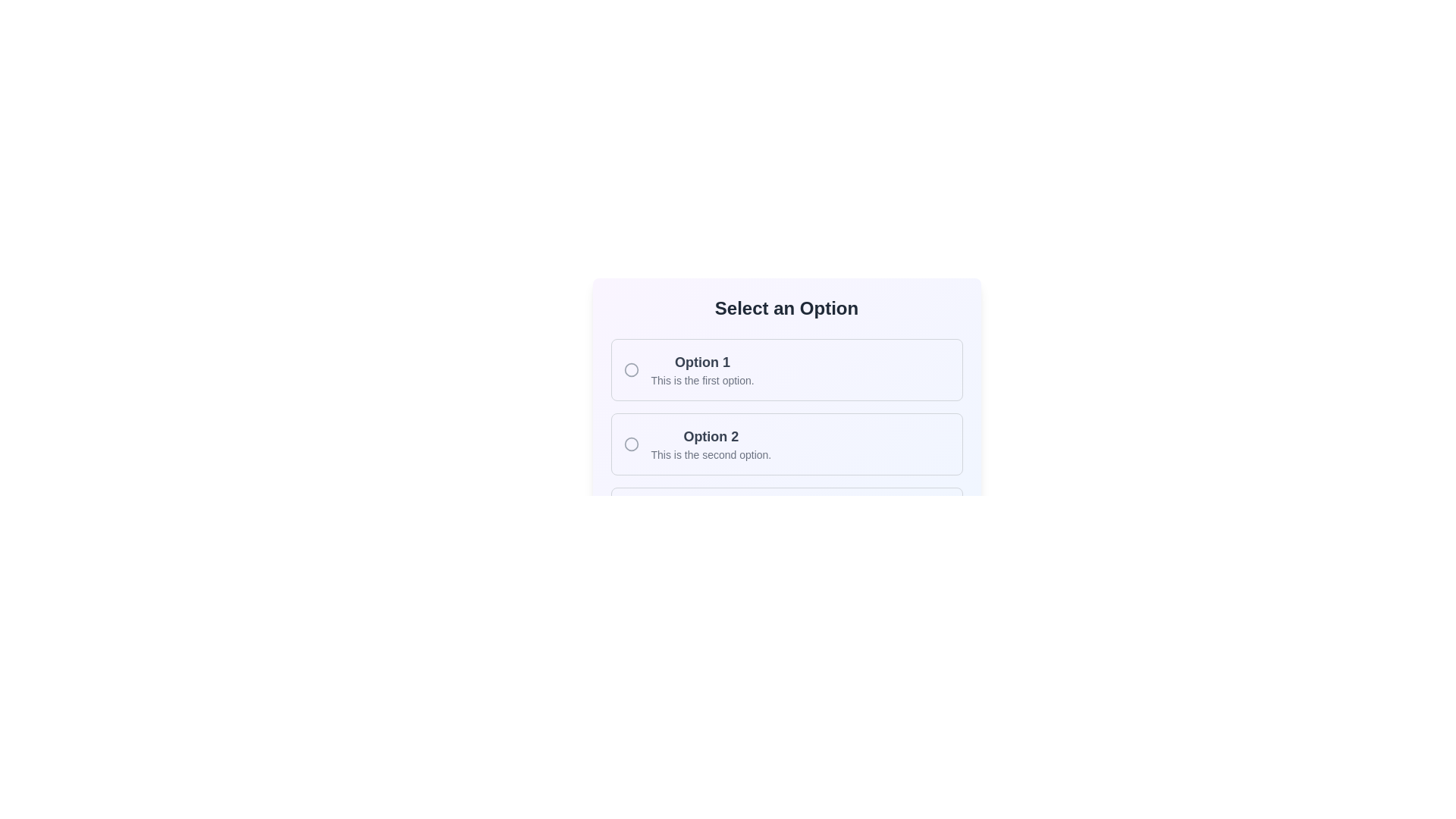 The height and width of the screenshot is (819, 1456). What do you see at coordinates (631, 370) in the screenshot?
I see `the circular radio button associated with the label 'Option 1'` at bounding box center [631, 370].